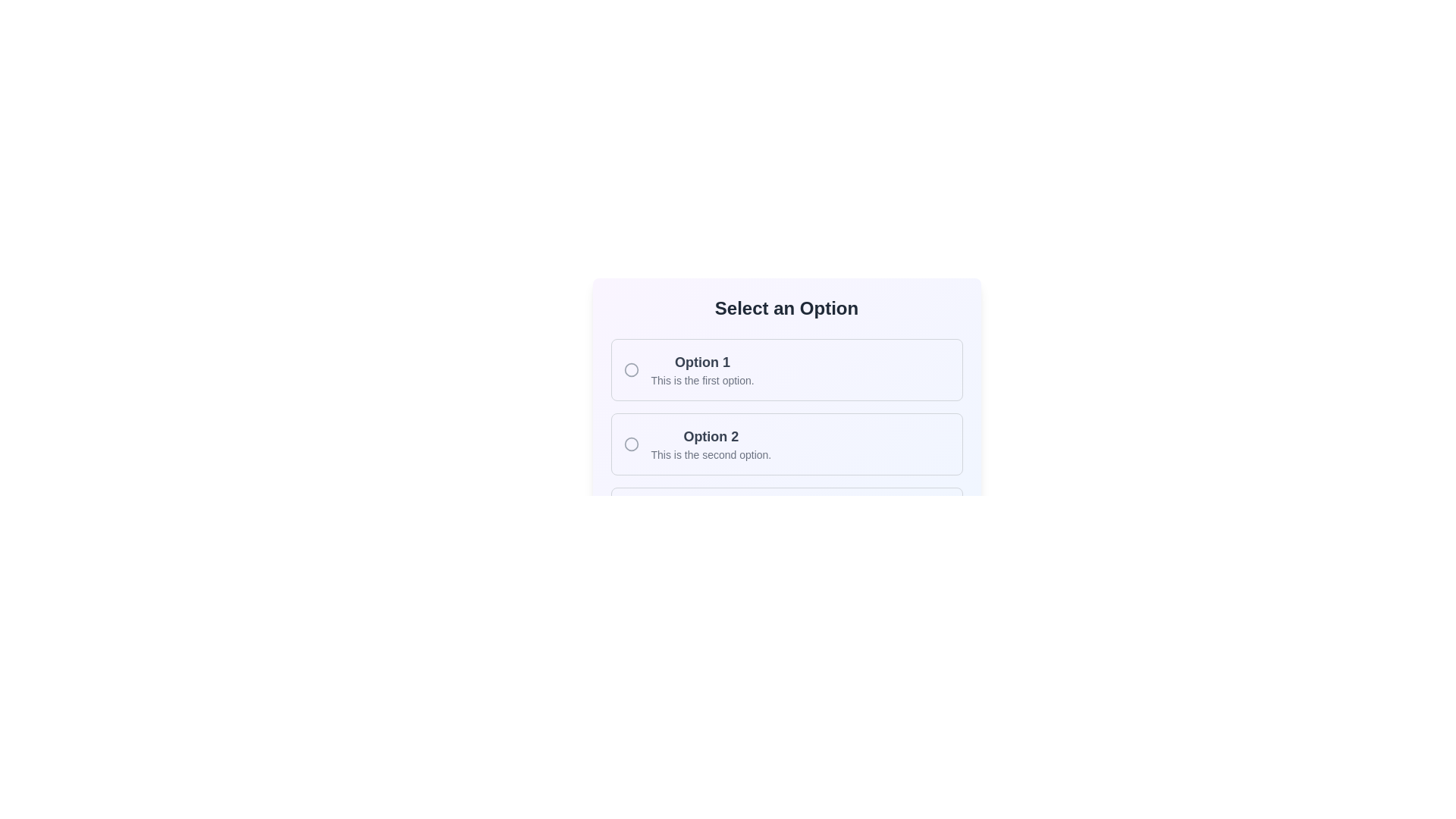 The height and width of the screenshot is (819, 1456). What do you see at coordinates (631, 370) in the screenshot?
I see `the circular radio button associated with the label 'Option 1'` at bounding box center [631, 370].